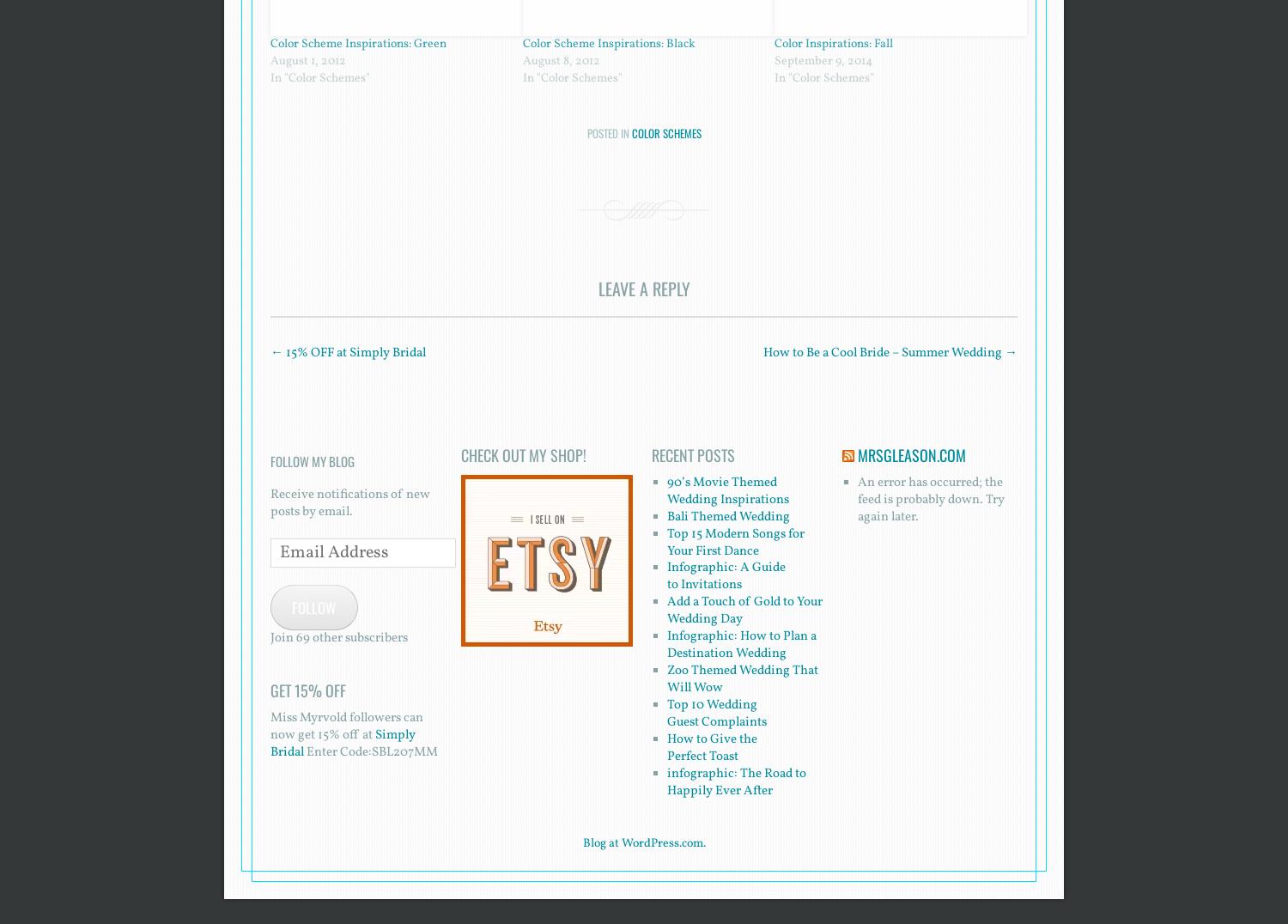 This screenshot has width=1288, height=924. What do you see at coordinates (665, 516) in the screenshot?
I see `'Bali Themed Wedding'` at bounding box center [665, 516].